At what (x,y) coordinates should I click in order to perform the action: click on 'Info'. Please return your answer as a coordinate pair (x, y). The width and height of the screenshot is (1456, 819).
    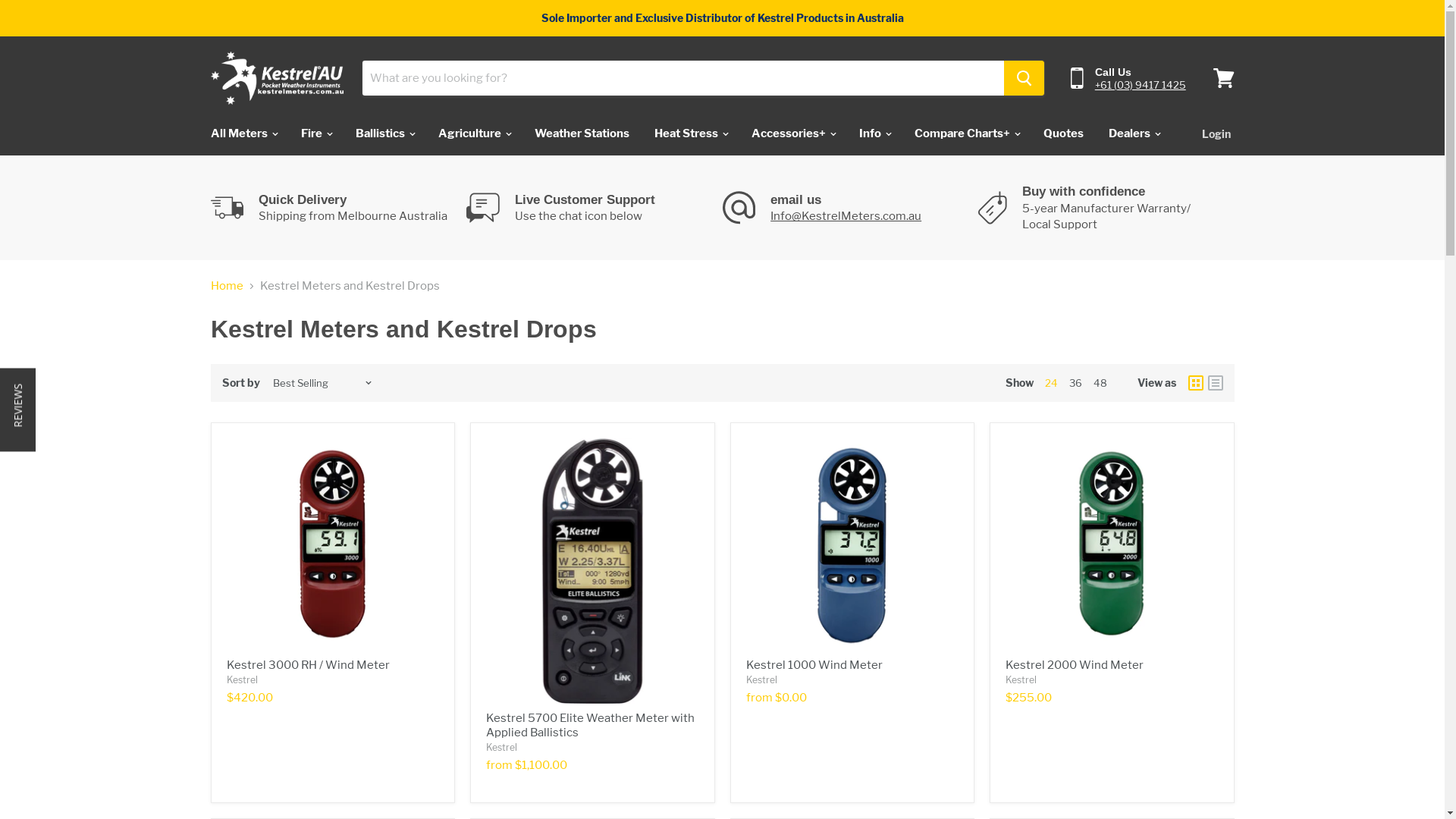
    Looking at the image, I should click on (847, 133).